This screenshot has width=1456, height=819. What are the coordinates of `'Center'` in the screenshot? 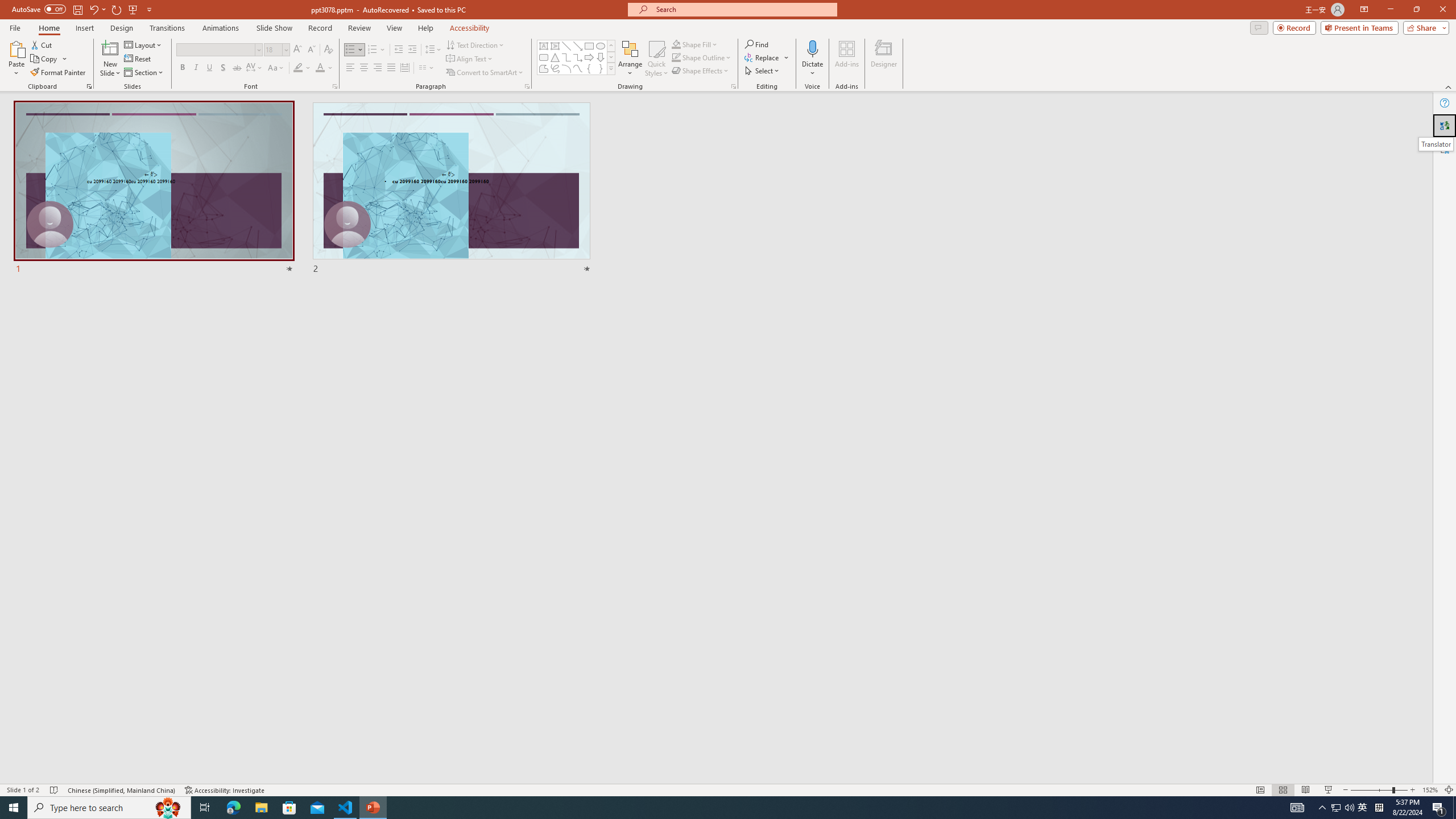 It's located at (364, 67).